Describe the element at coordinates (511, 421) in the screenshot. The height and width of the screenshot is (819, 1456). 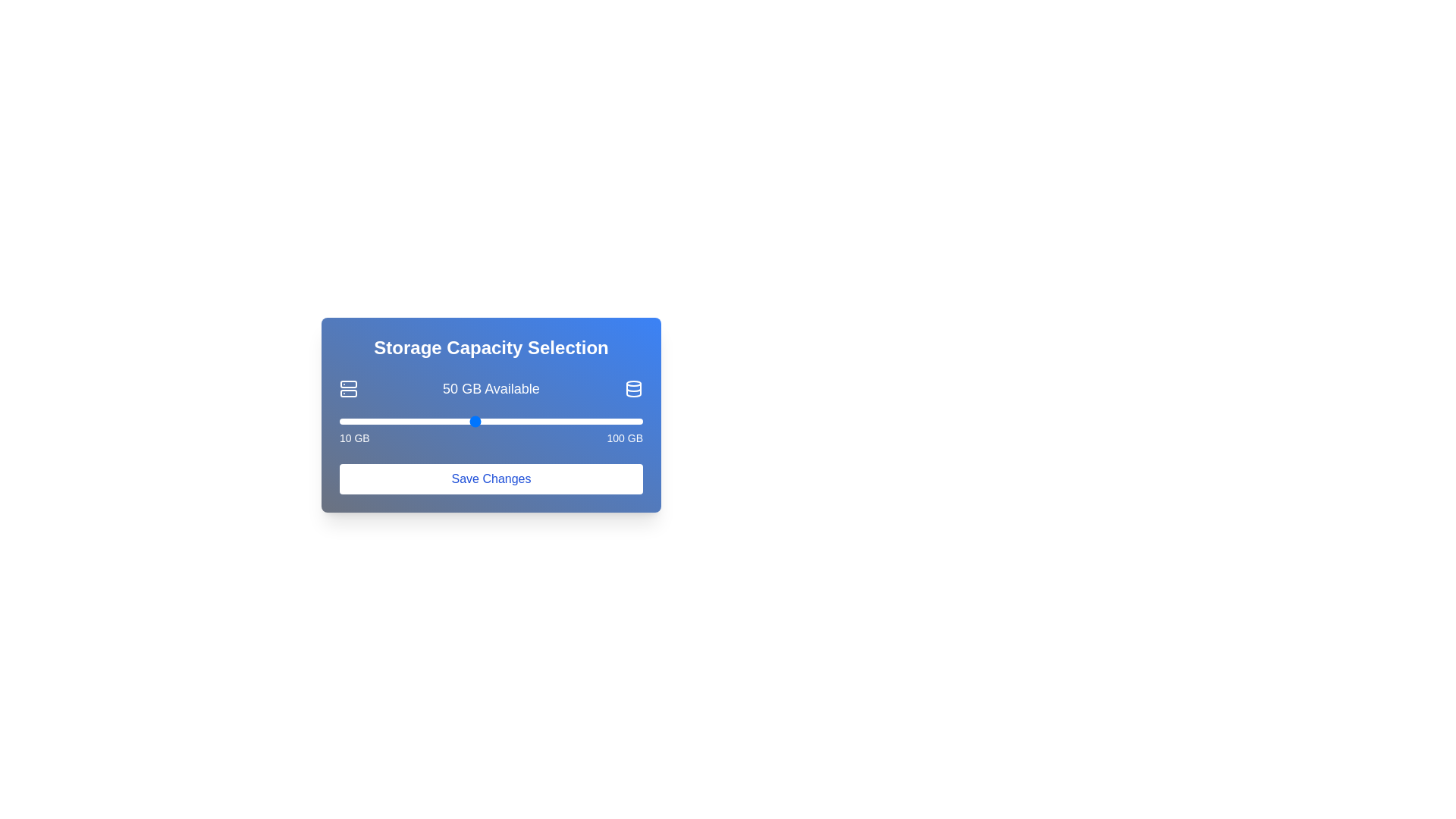
I see `the storage slider to set the storage capacity to 61 GB` at that location.